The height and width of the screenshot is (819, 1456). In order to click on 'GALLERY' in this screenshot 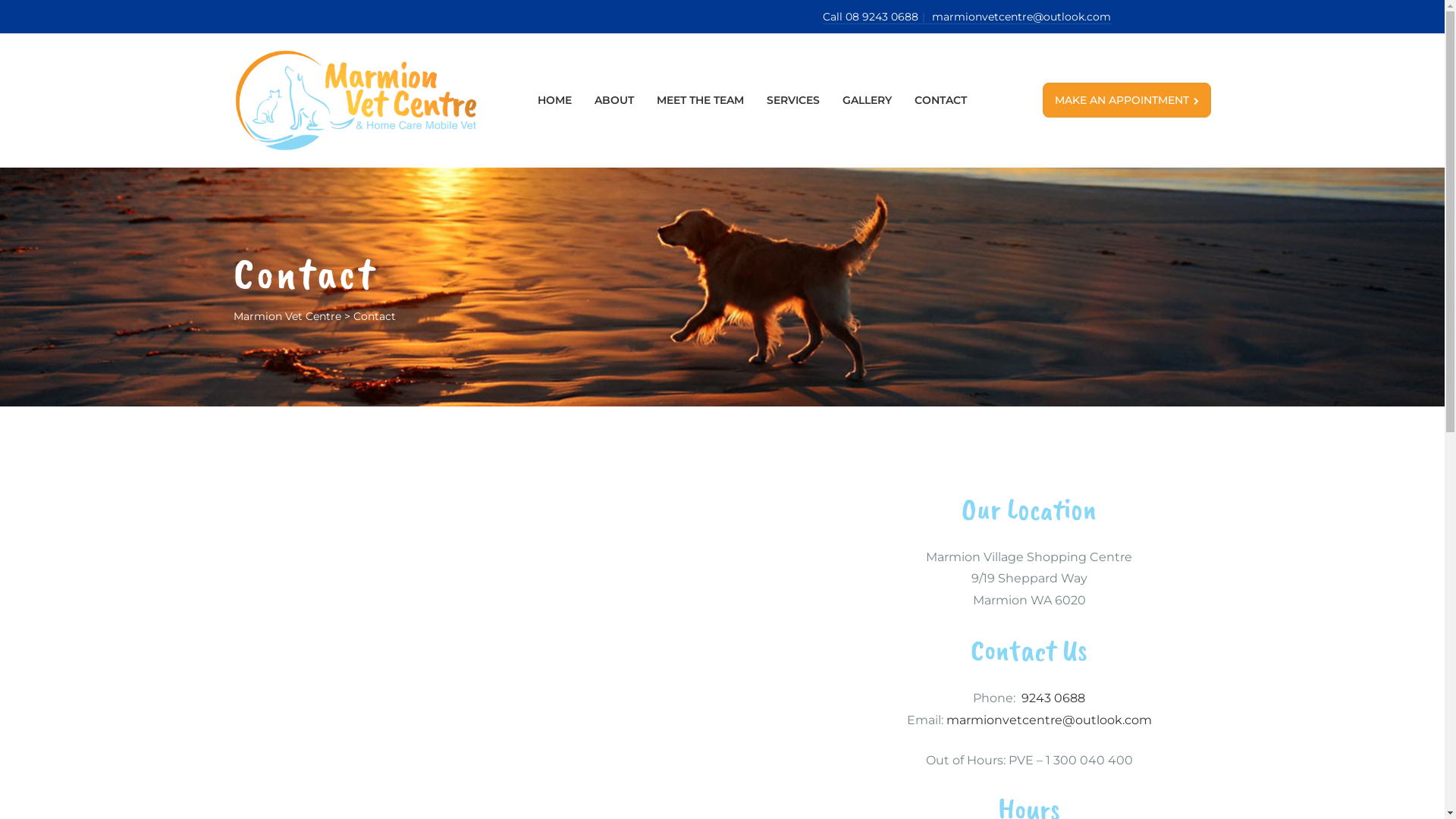, I will do `click(867, 99)`.